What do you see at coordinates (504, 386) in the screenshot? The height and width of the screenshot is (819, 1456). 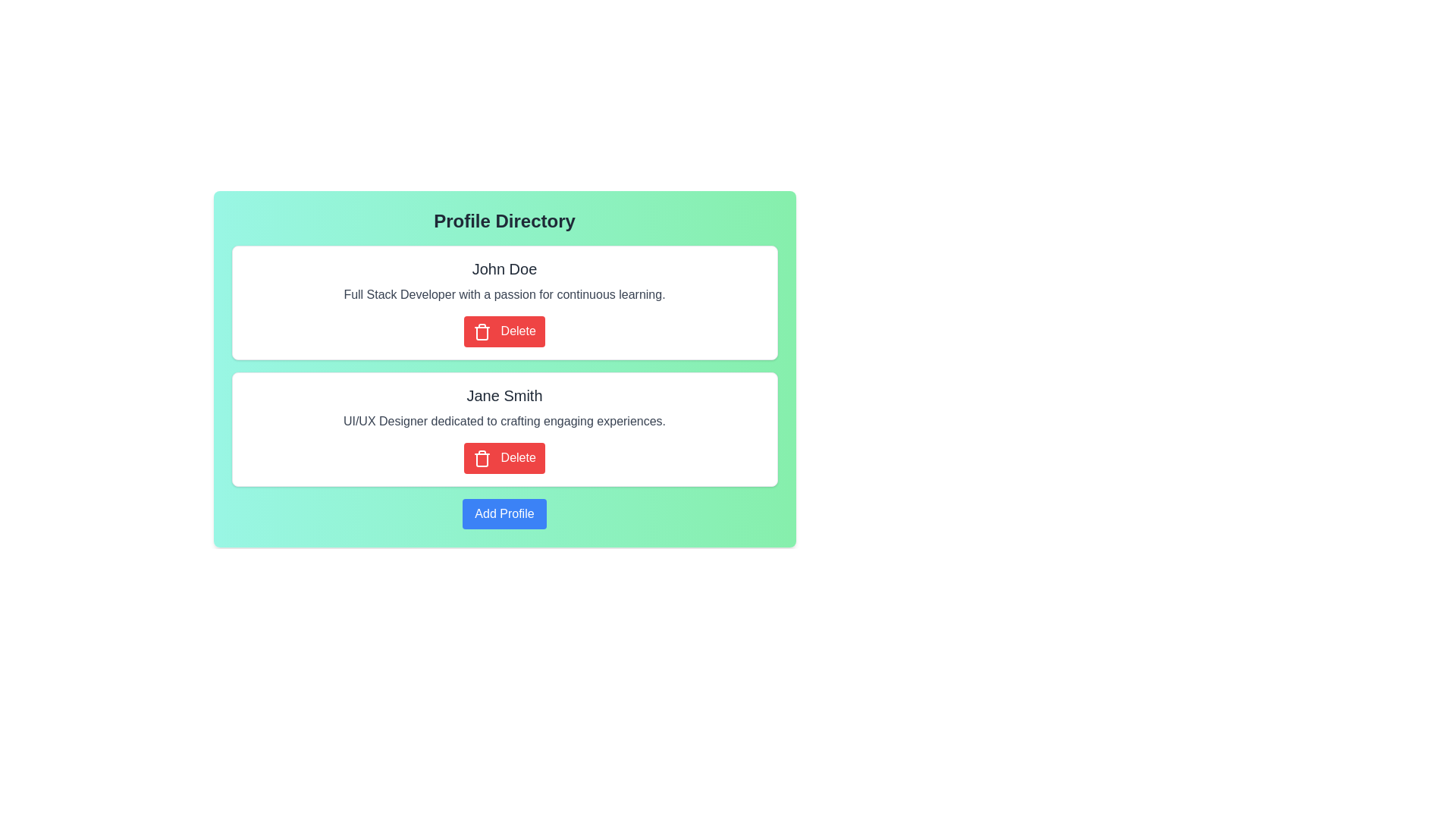 I see `the text 'Jane Smith' displayed in bold style in the second profile card under the 'Profile Directory' title` at bounding box center [504, 386].